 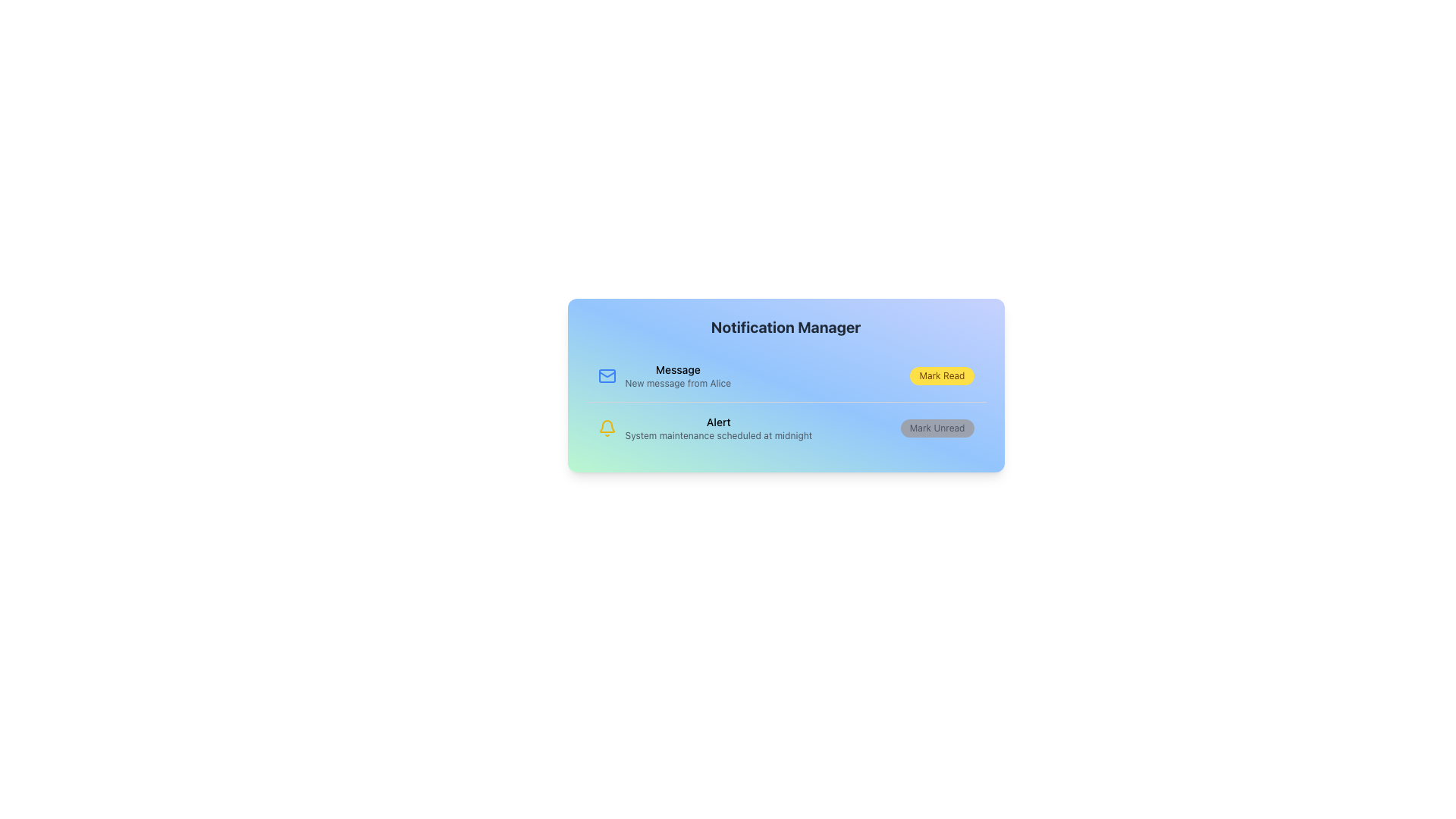 What do you see at coordinates (717, 422) in the screenshot?
I see `the Text Label that indicates the category of the notification, positioned above the detailed message about system maintenance` at bounding box center [717, 422].